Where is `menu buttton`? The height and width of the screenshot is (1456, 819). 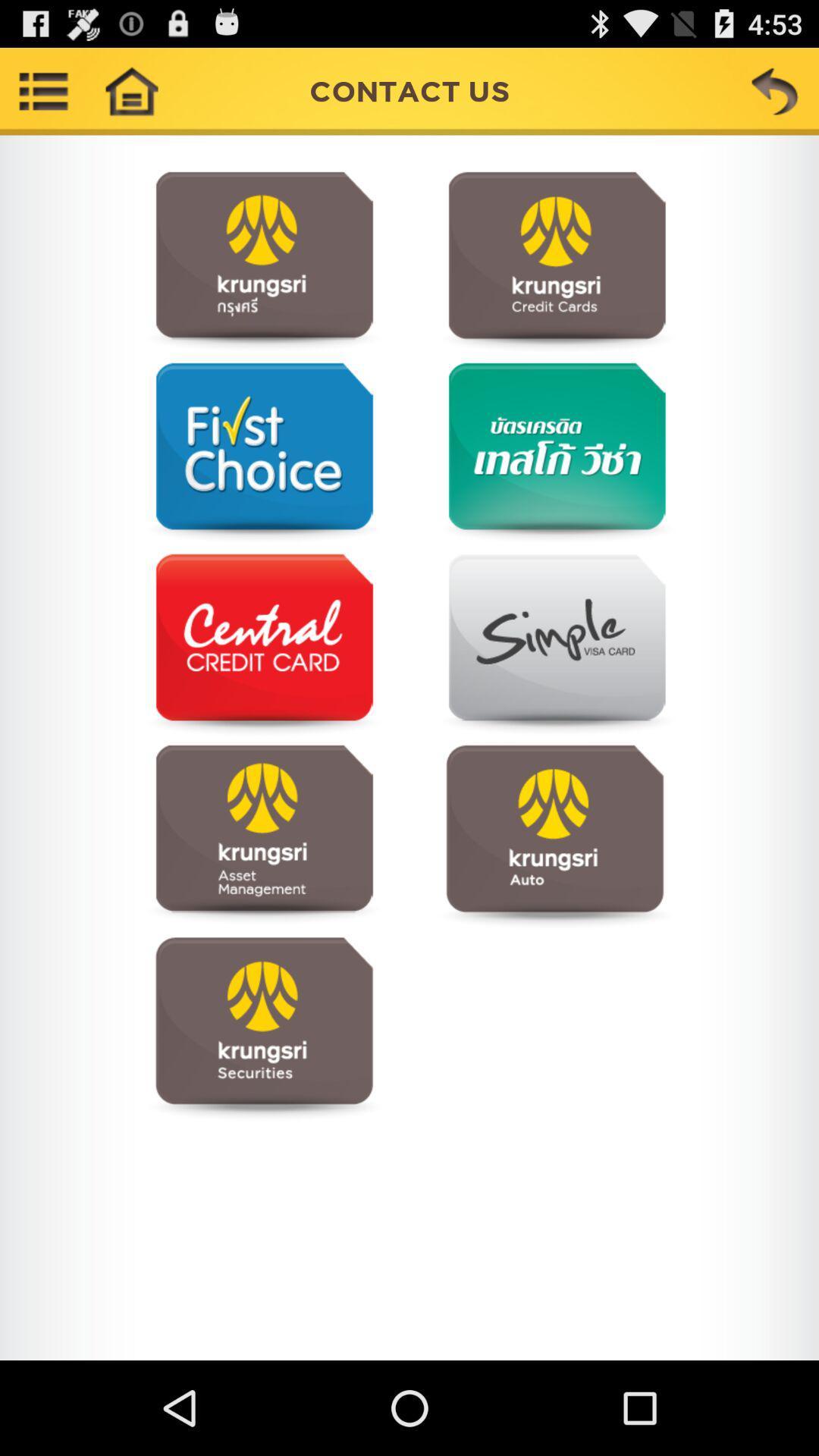 menu buttton is located at coordinates (42, 90).